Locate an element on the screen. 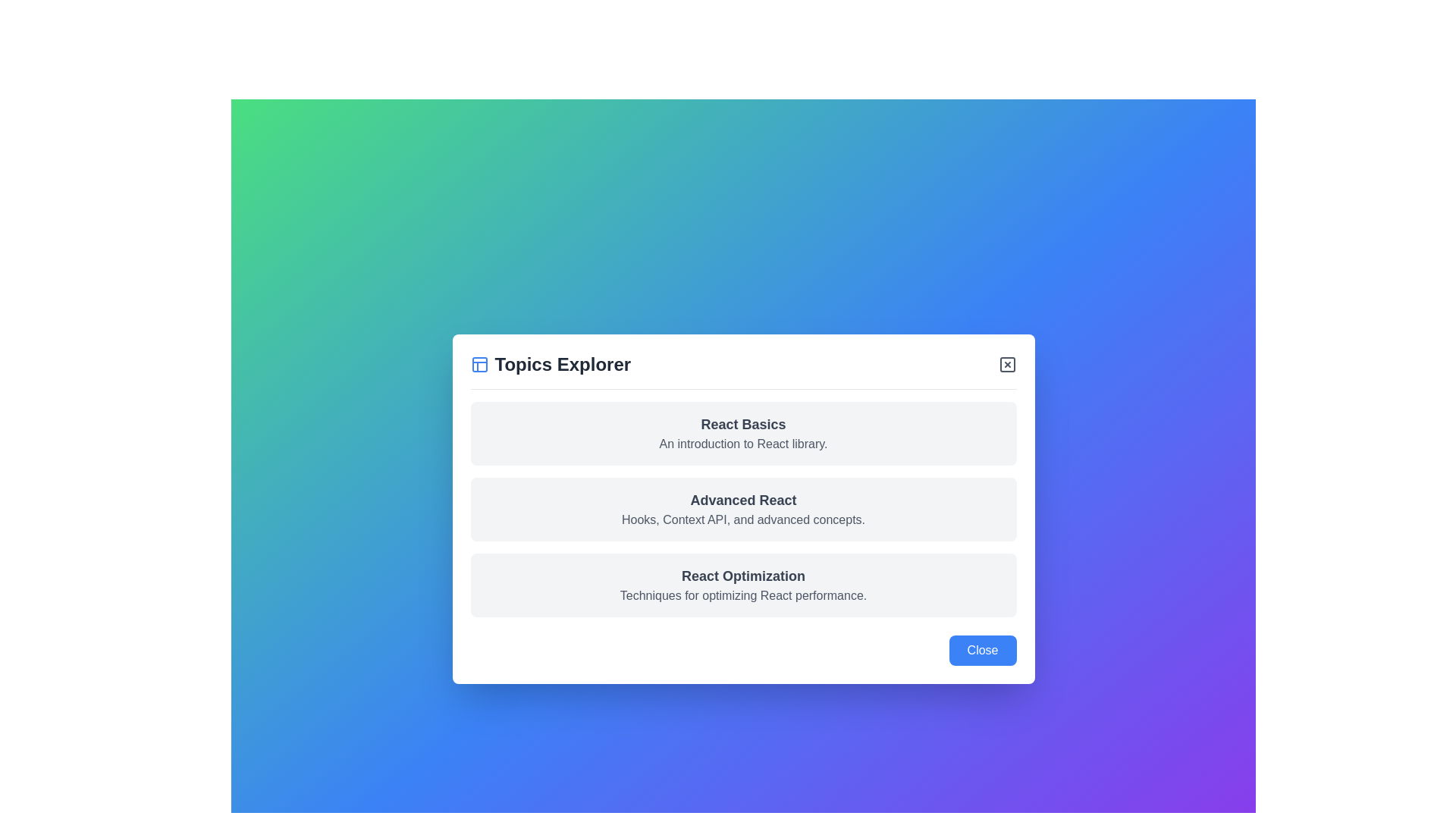 The height and width of the screenshot is (819, 1456). the small rectangular graphical icon component with rounded corners located in the top-left corner of the modal window is located at coordinates (479, 364).